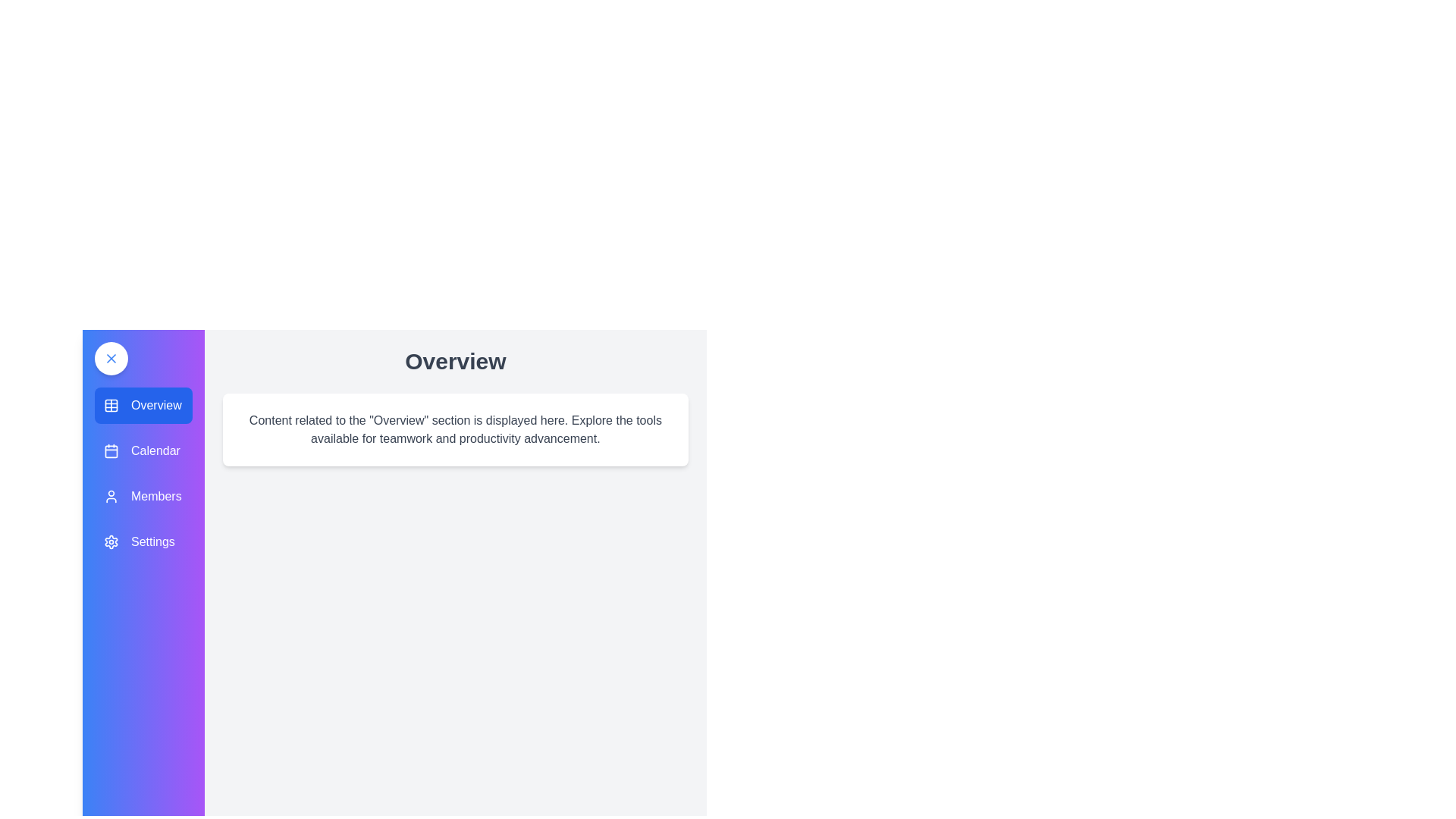 The image size is (1456, 819). I want to click on the Members panel by clicking on its corresponding button in the sidebar, so click(143, 497).